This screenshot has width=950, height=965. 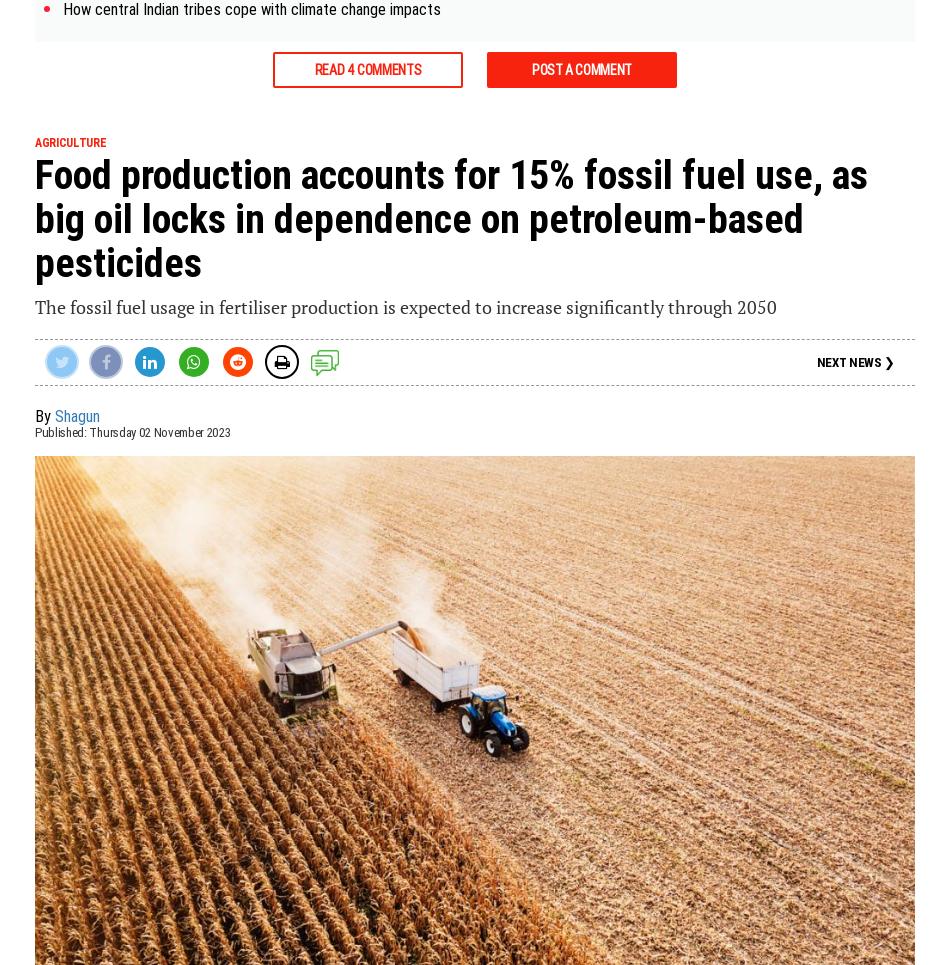 I want to click on 'Published: Thursday 02 November 2023', so click(x=132, y=432).